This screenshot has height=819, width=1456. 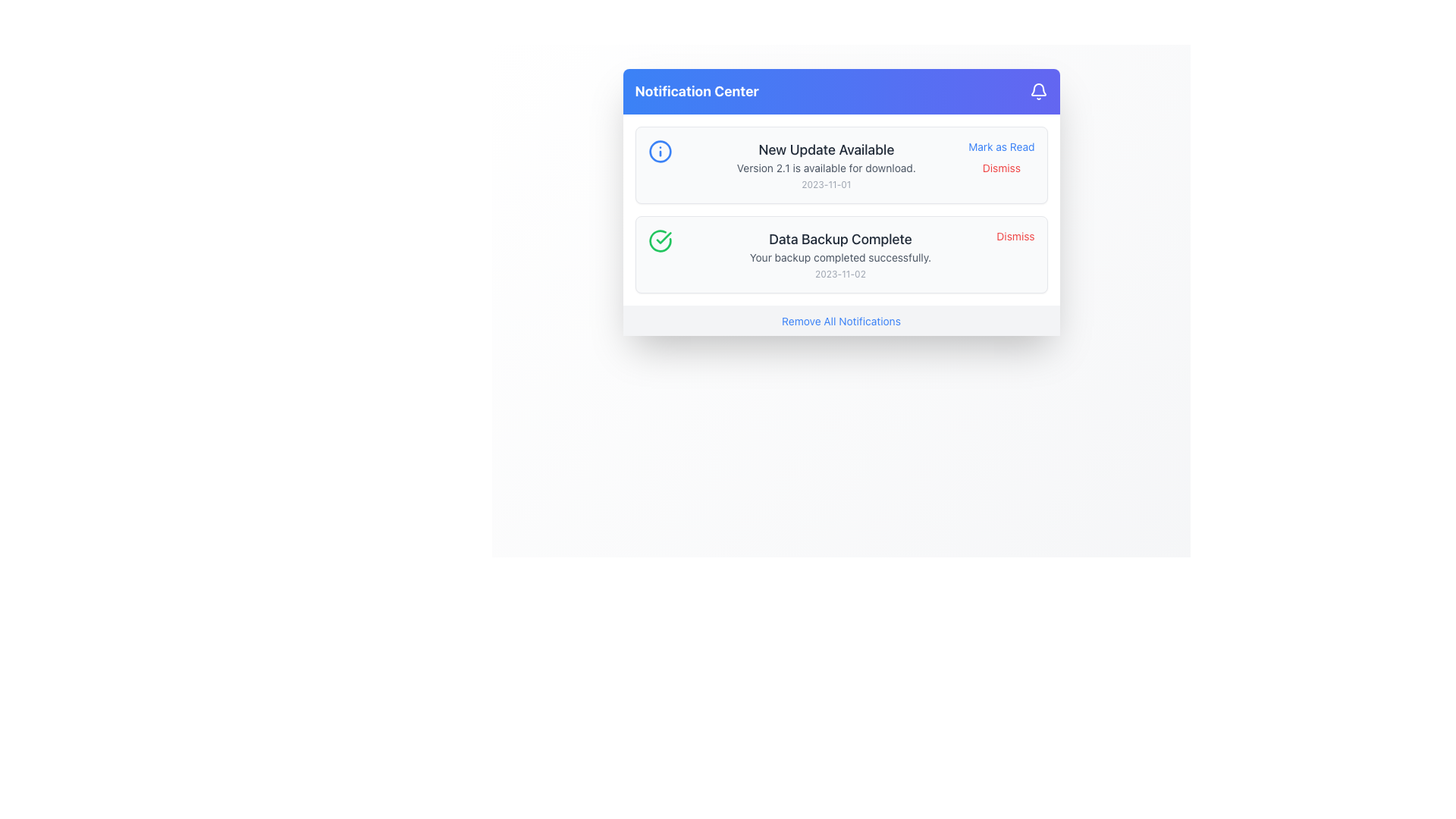 I want to click on the static date text displaying '2023-11-01' which is located beneath the 'Version 2.1 is available for download.' notification in the 'New Update Available' entry, so click(x=825, y=184).